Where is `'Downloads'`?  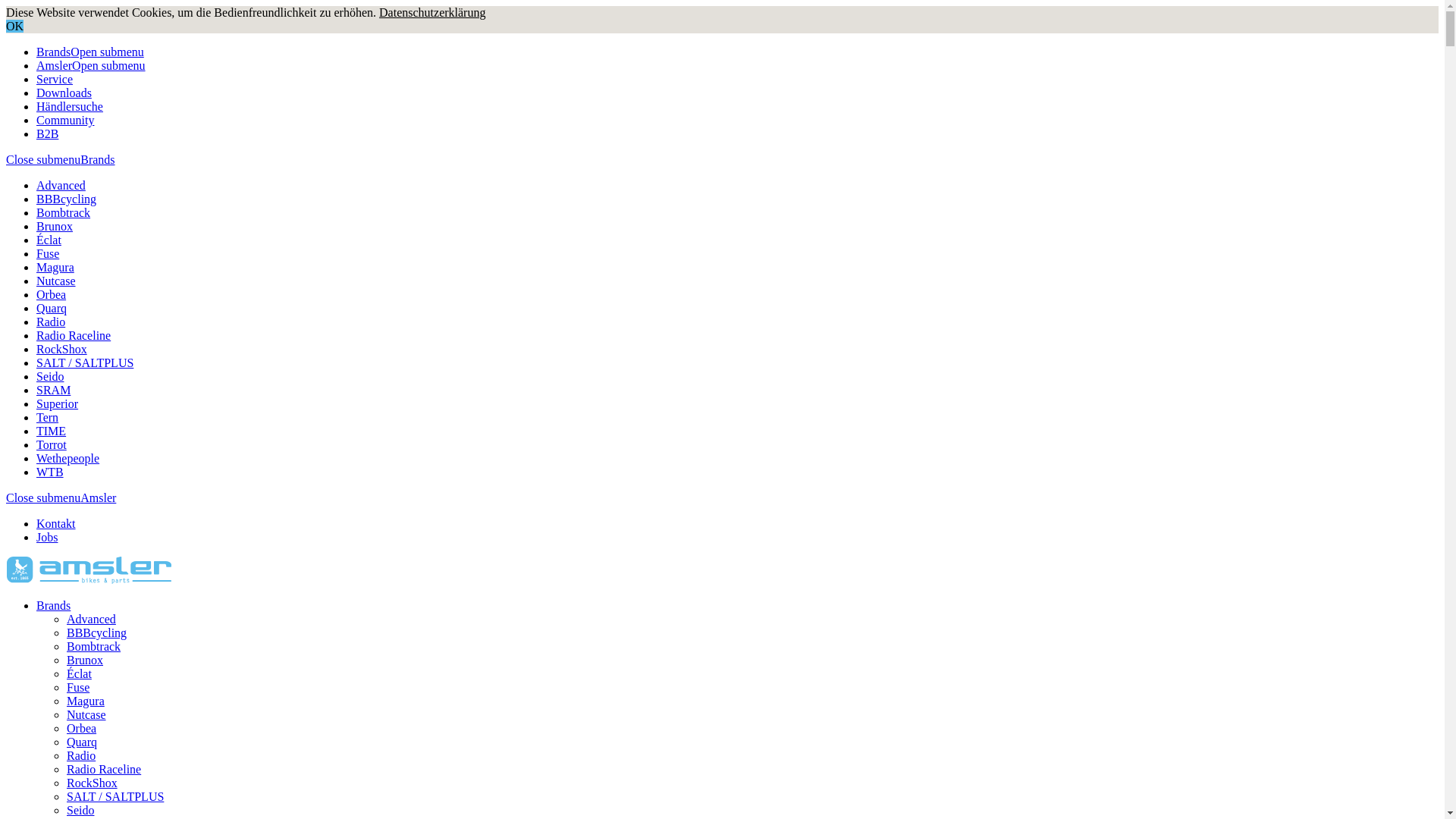 'Downloads' is located at coordinates (63, 93).